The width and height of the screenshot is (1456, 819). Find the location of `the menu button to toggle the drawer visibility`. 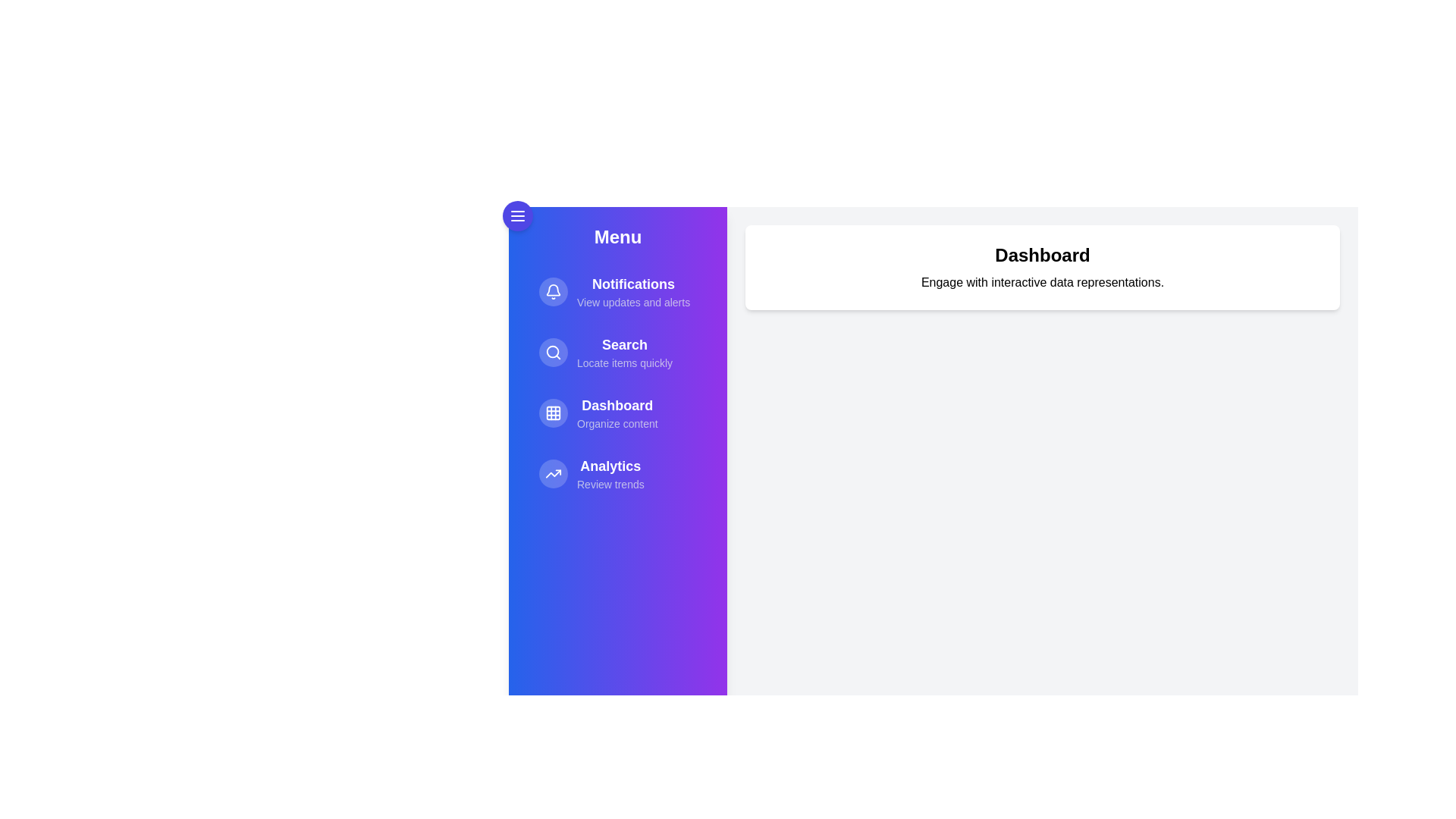

the menu button to toggle the drawer visibility is located at coordinates (517, 216).